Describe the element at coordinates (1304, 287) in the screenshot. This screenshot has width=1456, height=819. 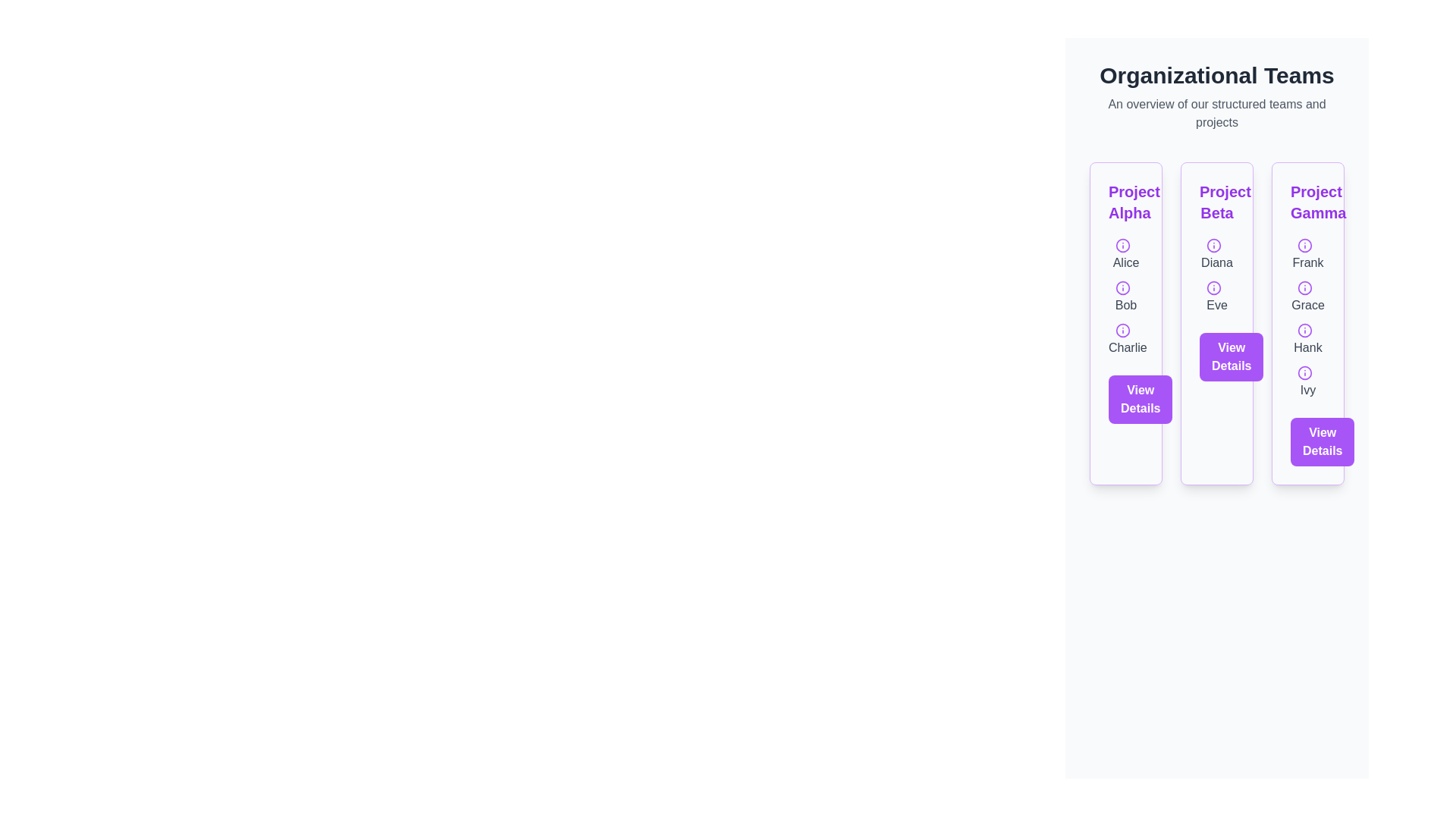
I see `the circular graphic element with a purple border located beside the text 'Grace' in the 'Project Gamma' section` at that location.